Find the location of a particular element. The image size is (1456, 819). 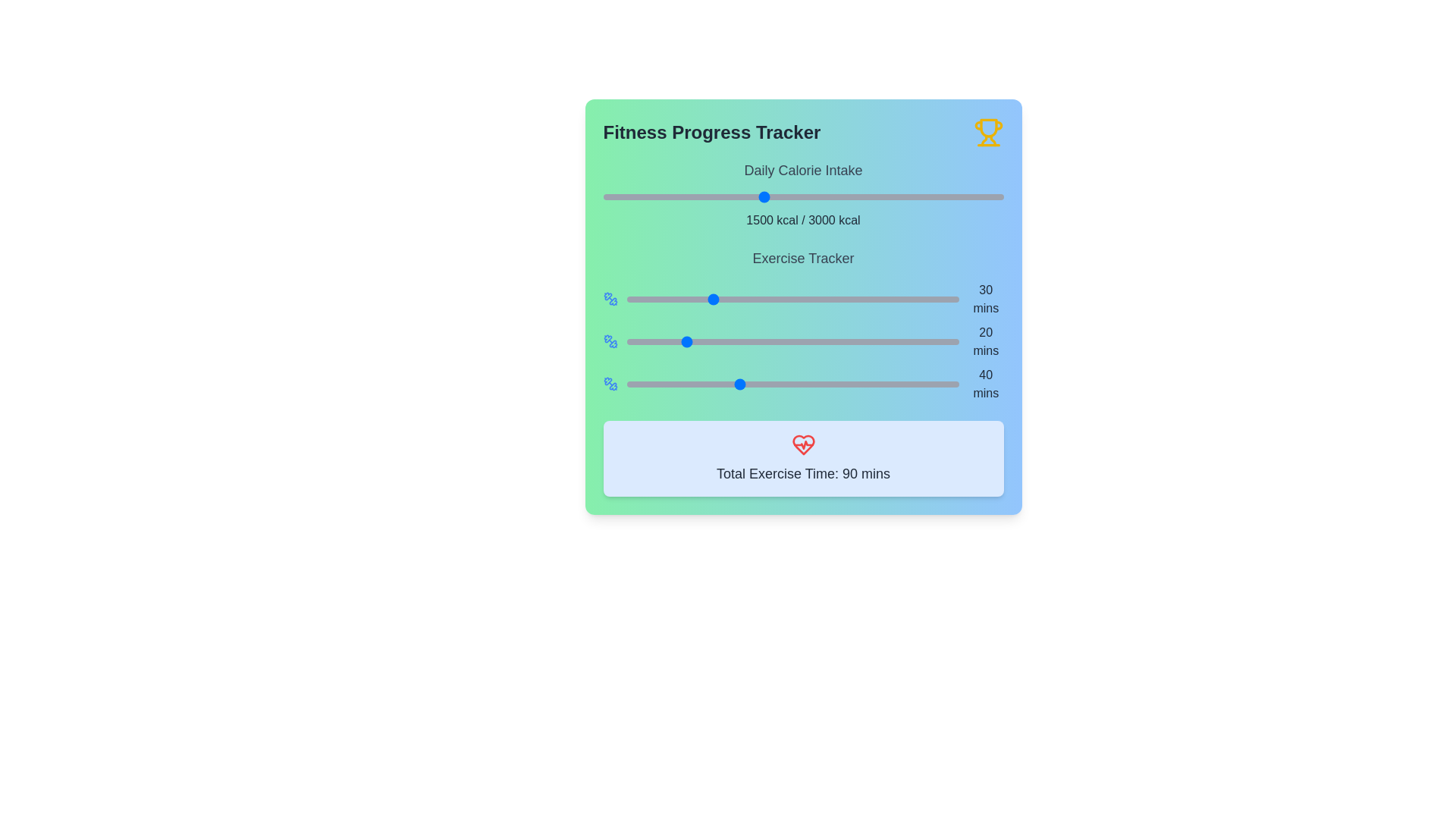

the text area displaying the label 'Exercise Tracker', which is styled in gray color and located underneath the 'Daily Calorie Intake' title is located at coordinates (802, 257).